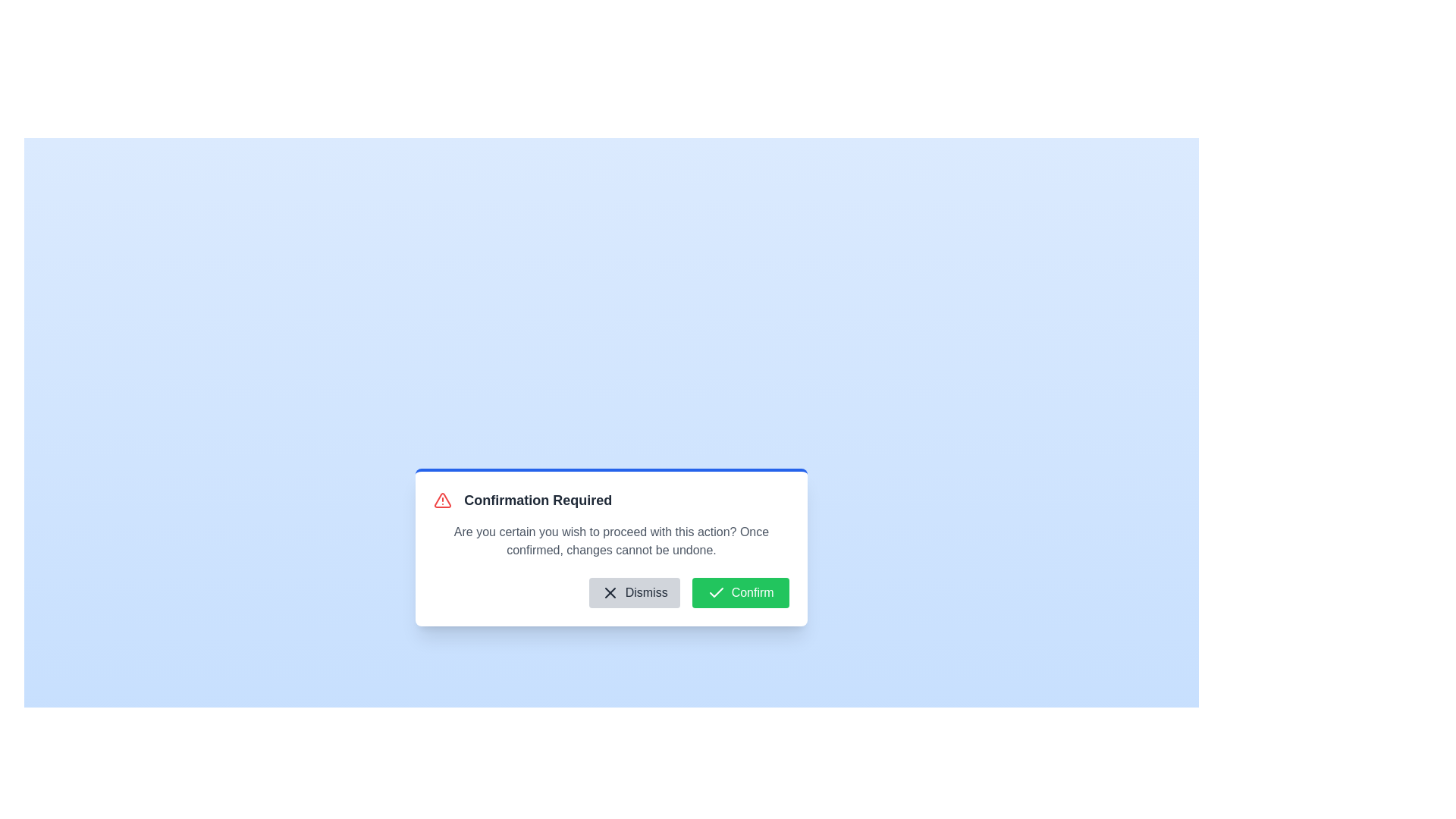 The height and width of the screenshot is (819, 1456). What do you see at coordinates (634, 592) in the screenshot?
I see `the left button` at bounding box center [634, 592].